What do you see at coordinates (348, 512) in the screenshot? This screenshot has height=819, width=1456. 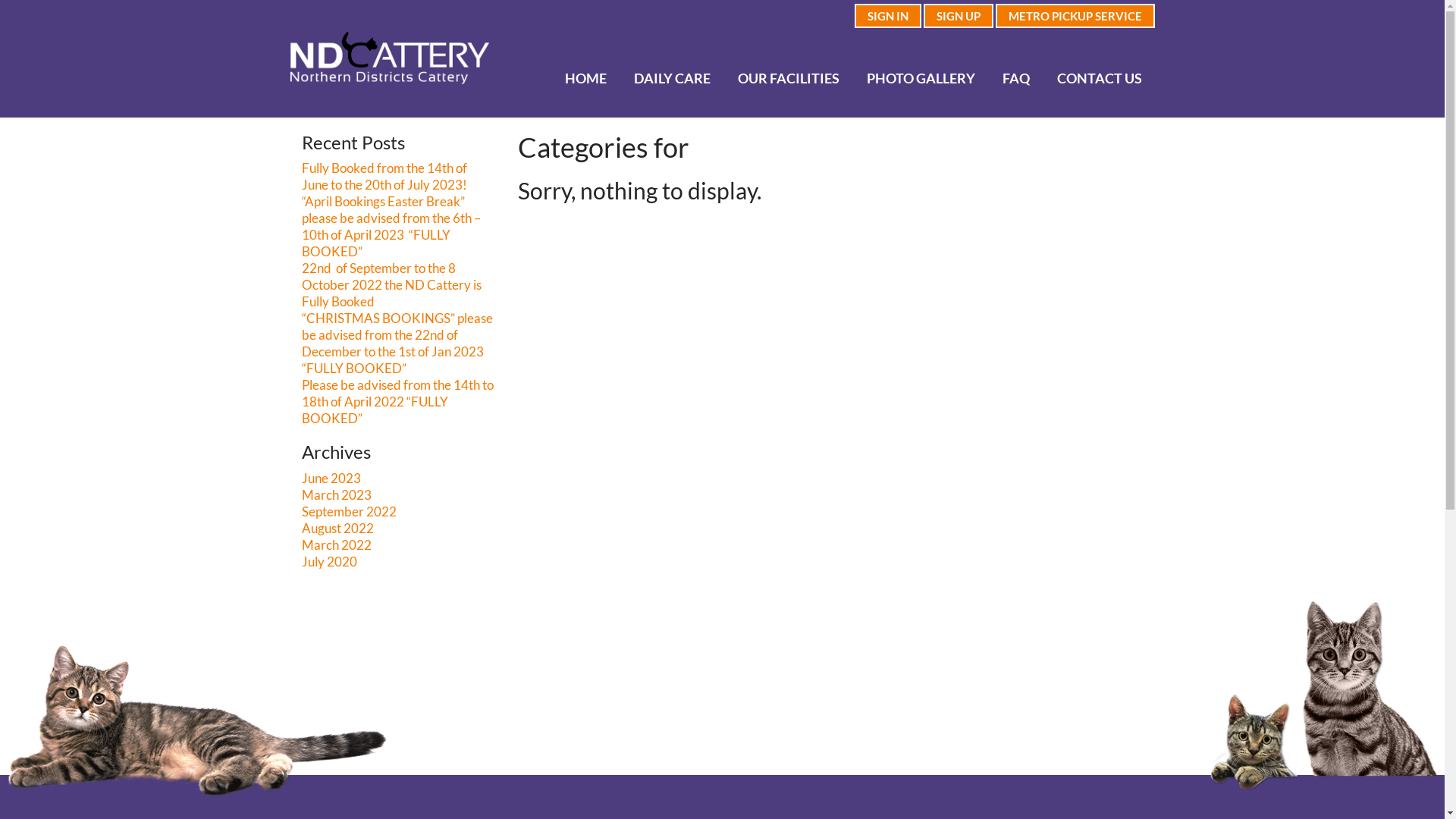 I see `'September 2022'` at bounding box center [348, 512].